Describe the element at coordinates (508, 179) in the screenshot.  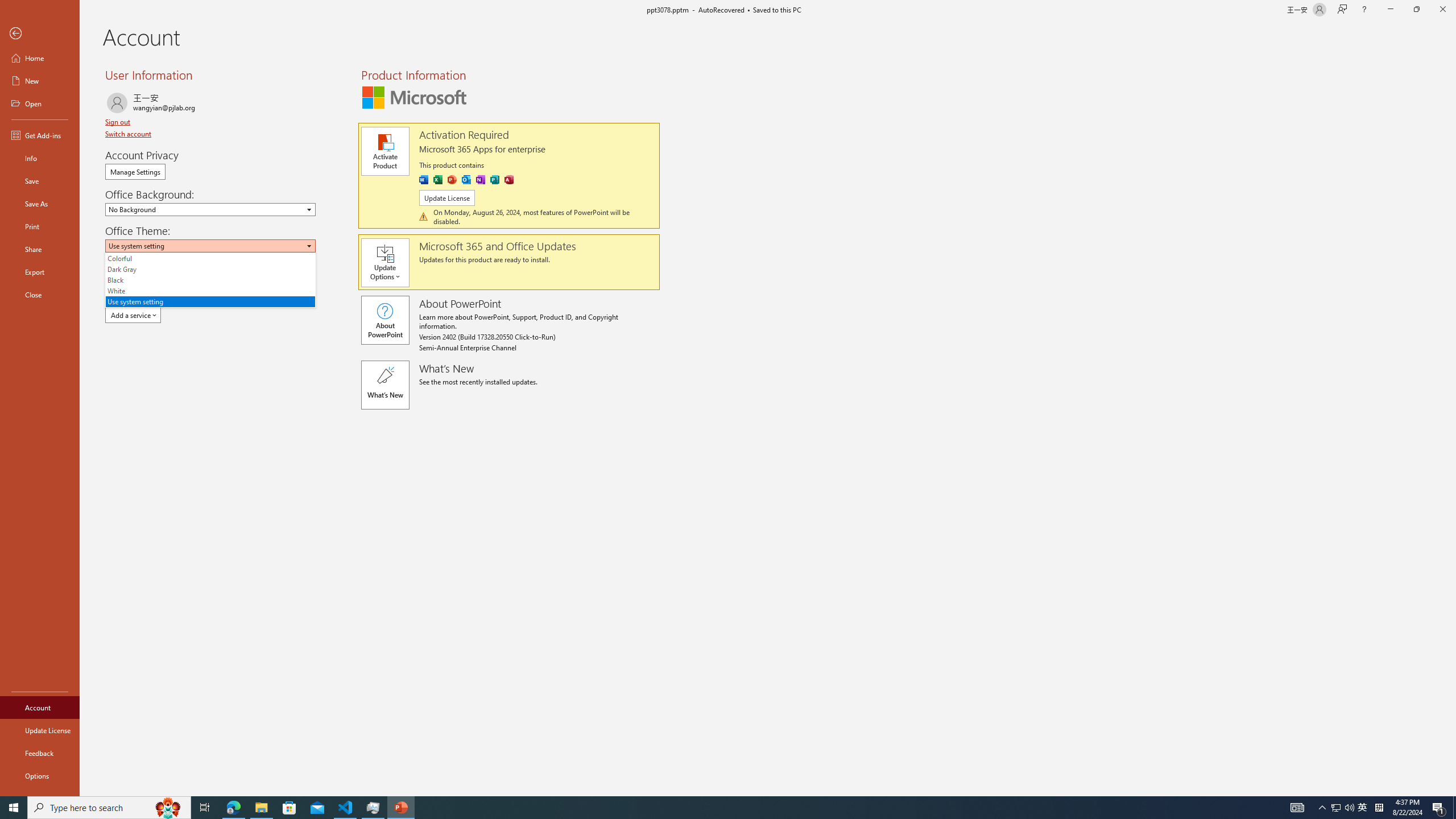
I see `'Access'` at that location.